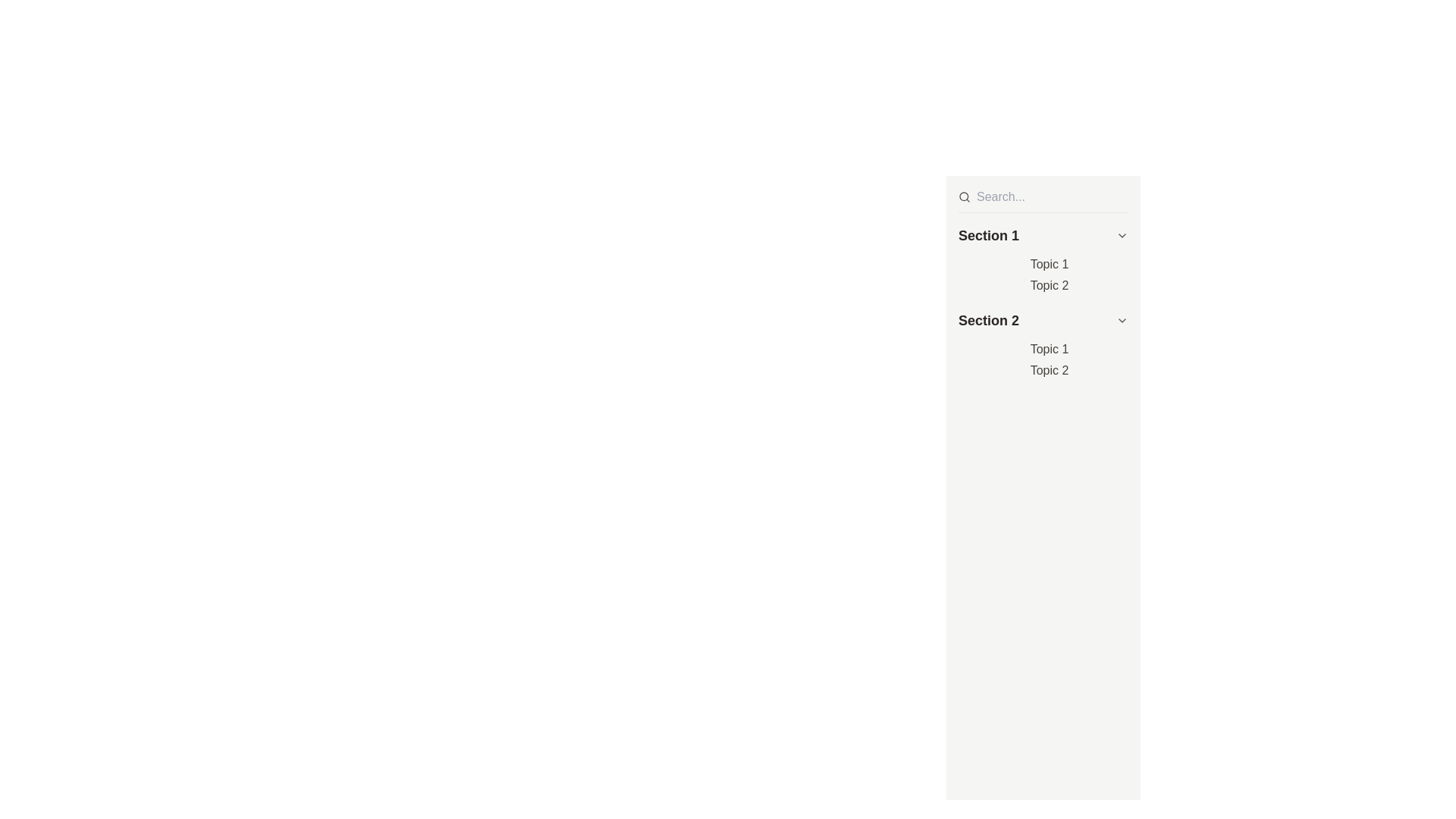 Image resolution: width=1456 pixels, height=819 pixels. What do you see at coordinates (1048, 263) in the screenshot?
I see `the hyperlink labeled 'Topic 1' located under the heading 'Section 1' in the sidebar menu` at bounding box center [1048, 263].